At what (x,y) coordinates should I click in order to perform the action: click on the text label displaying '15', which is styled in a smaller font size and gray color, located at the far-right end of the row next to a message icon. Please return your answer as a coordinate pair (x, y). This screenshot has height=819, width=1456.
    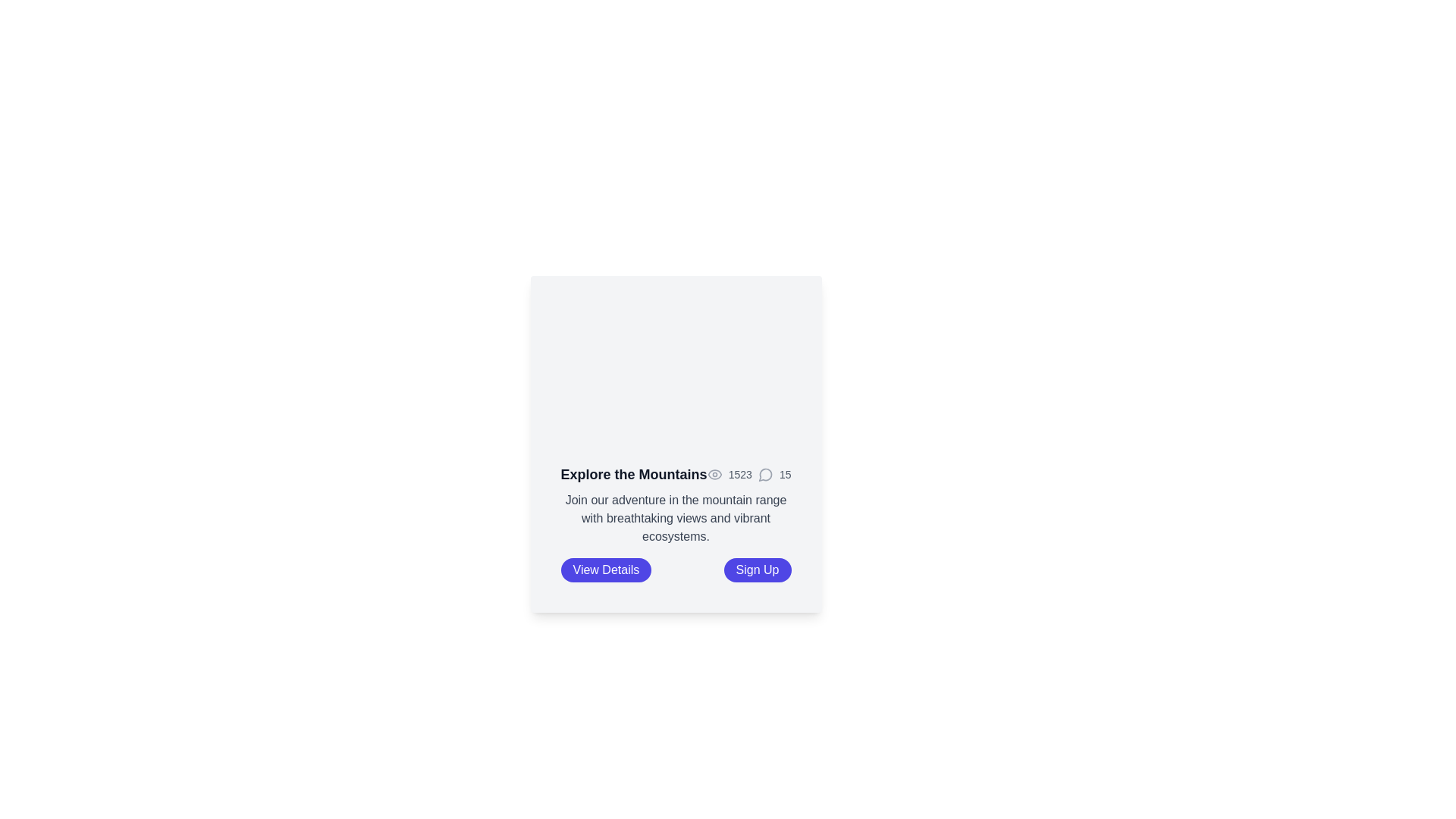
    Looking at the image, I should click on (785, 473).